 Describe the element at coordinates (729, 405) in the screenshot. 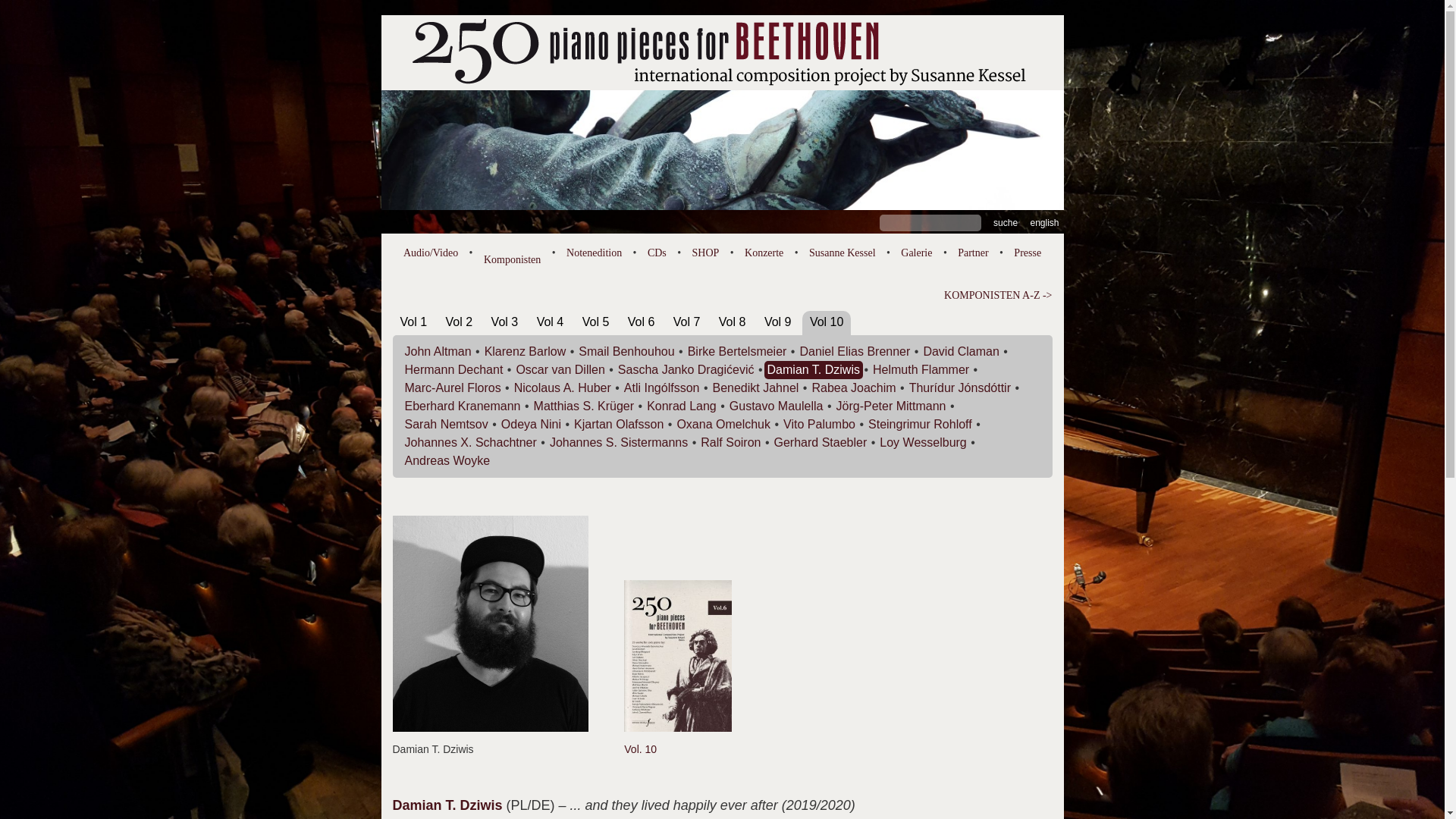

I see `'Gustavo Maulella'` at that location.